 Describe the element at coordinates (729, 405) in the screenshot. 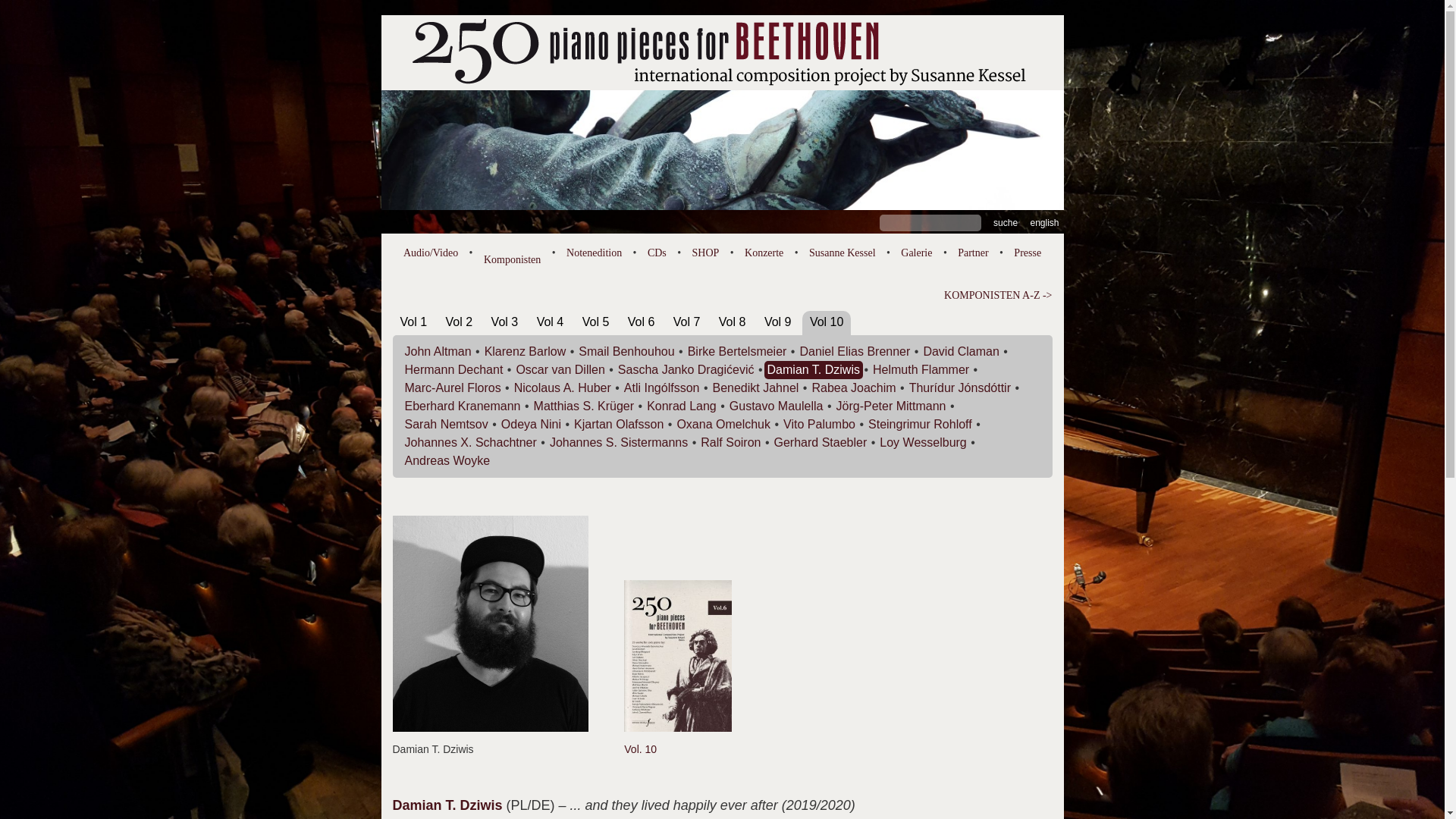

I see `'Gustavo Maulella'` at that location.